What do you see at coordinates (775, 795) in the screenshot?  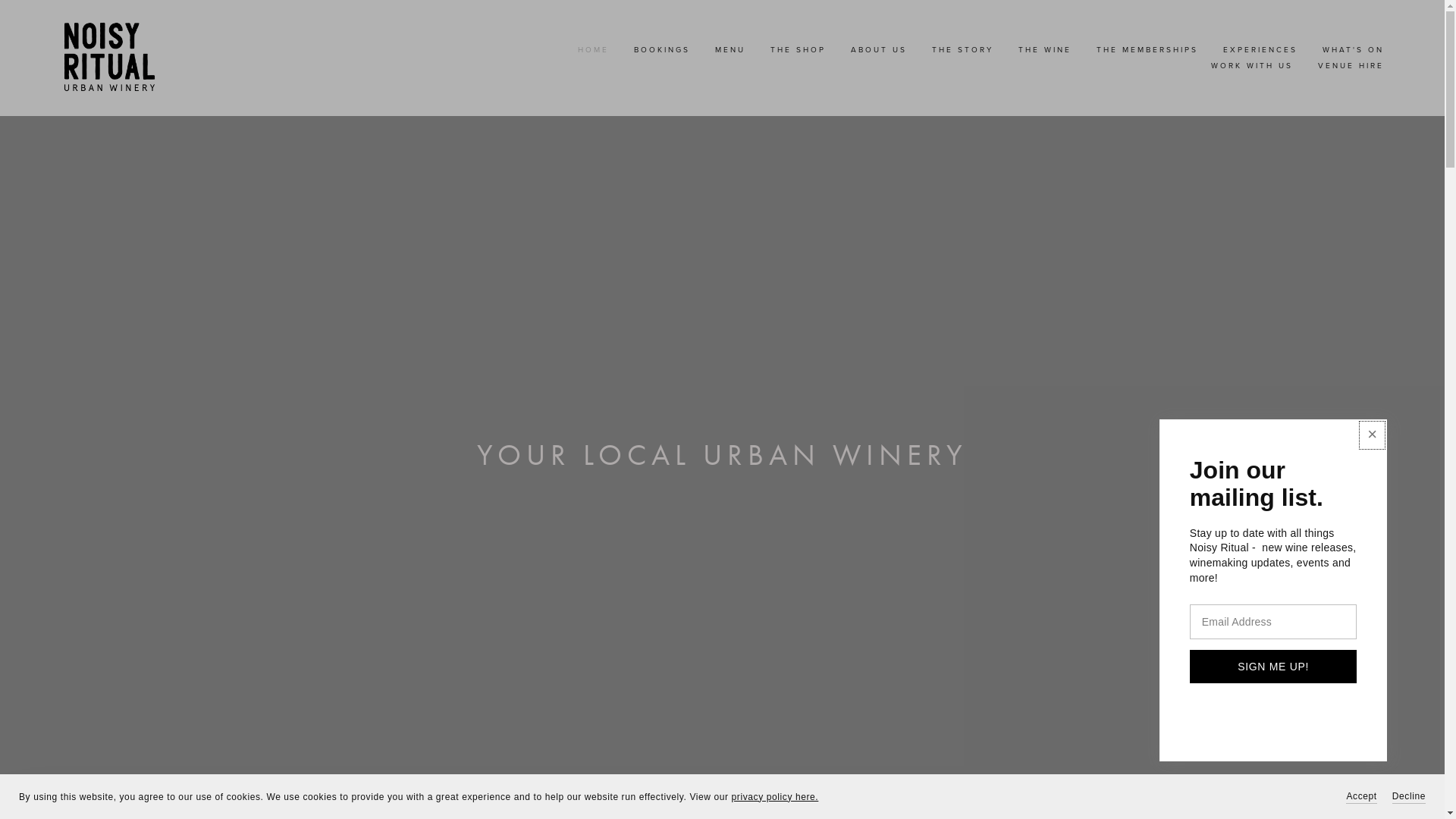 I see `'privacy policy here.'` at bounding box center [775, 795].